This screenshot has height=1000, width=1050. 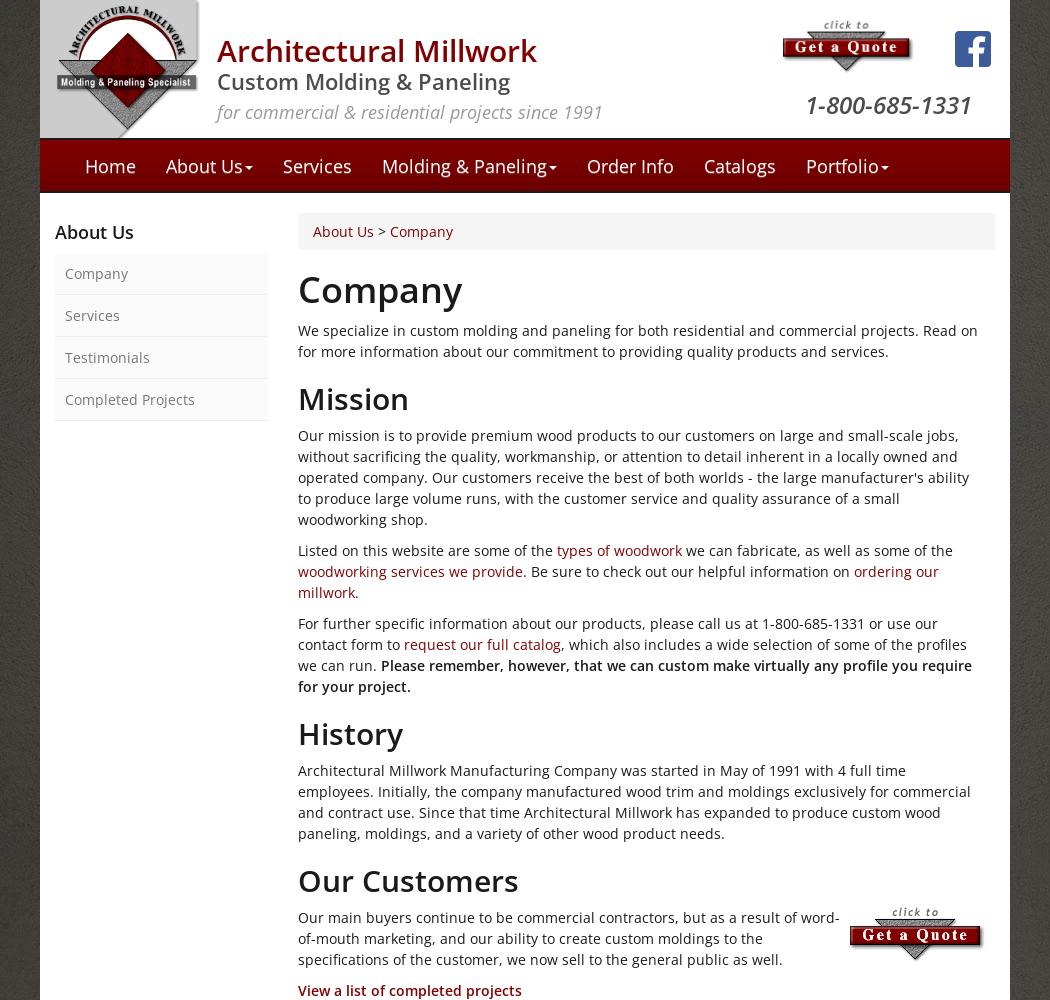 What do you see at coordinates (361, 80) in the screenshot?
I see `'Custom Molding & Paneling'` at bounding box center [361, 80].